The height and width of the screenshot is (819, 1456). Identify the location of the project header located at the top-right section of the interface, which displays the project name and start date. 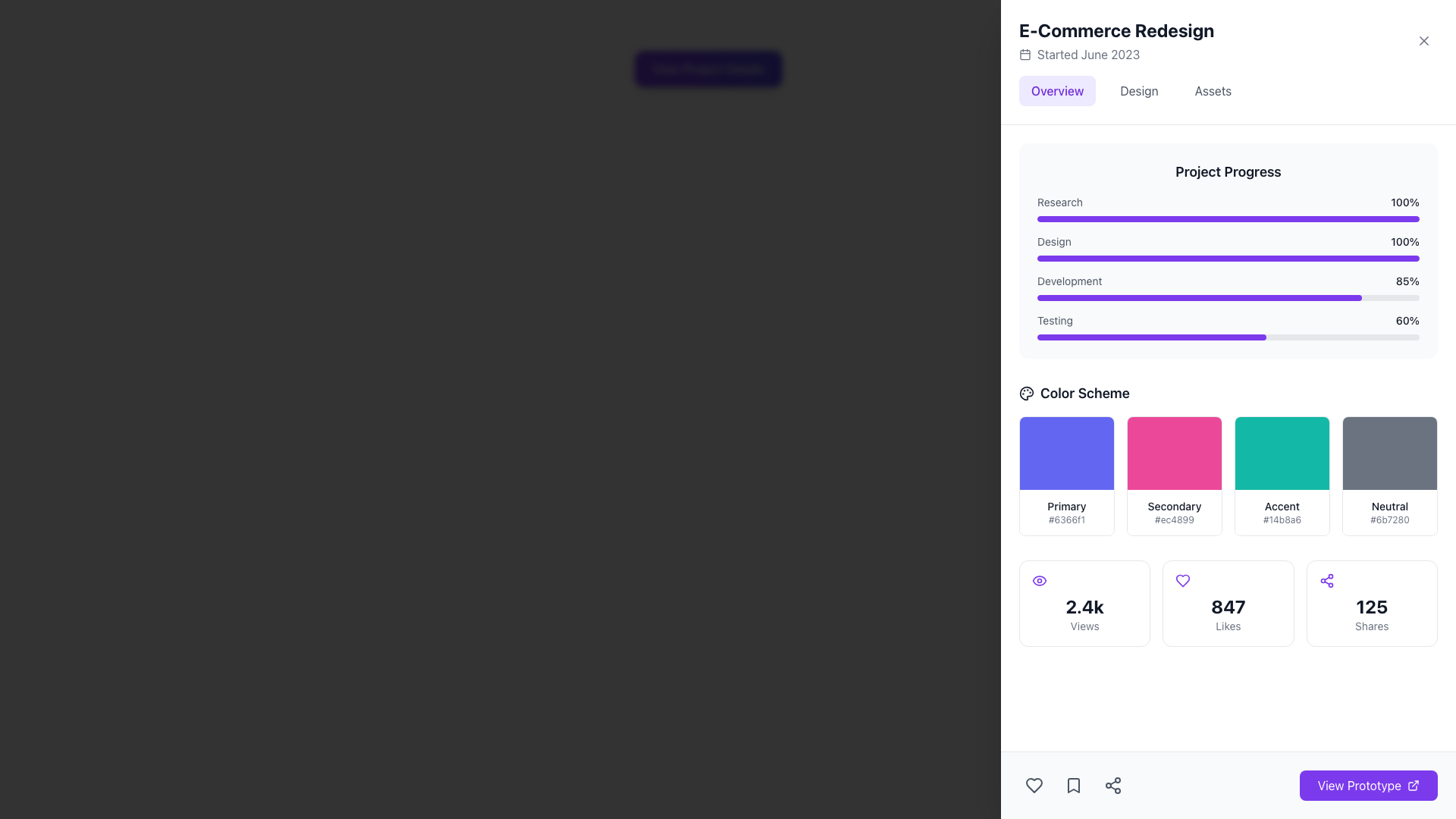
(1116, 40).